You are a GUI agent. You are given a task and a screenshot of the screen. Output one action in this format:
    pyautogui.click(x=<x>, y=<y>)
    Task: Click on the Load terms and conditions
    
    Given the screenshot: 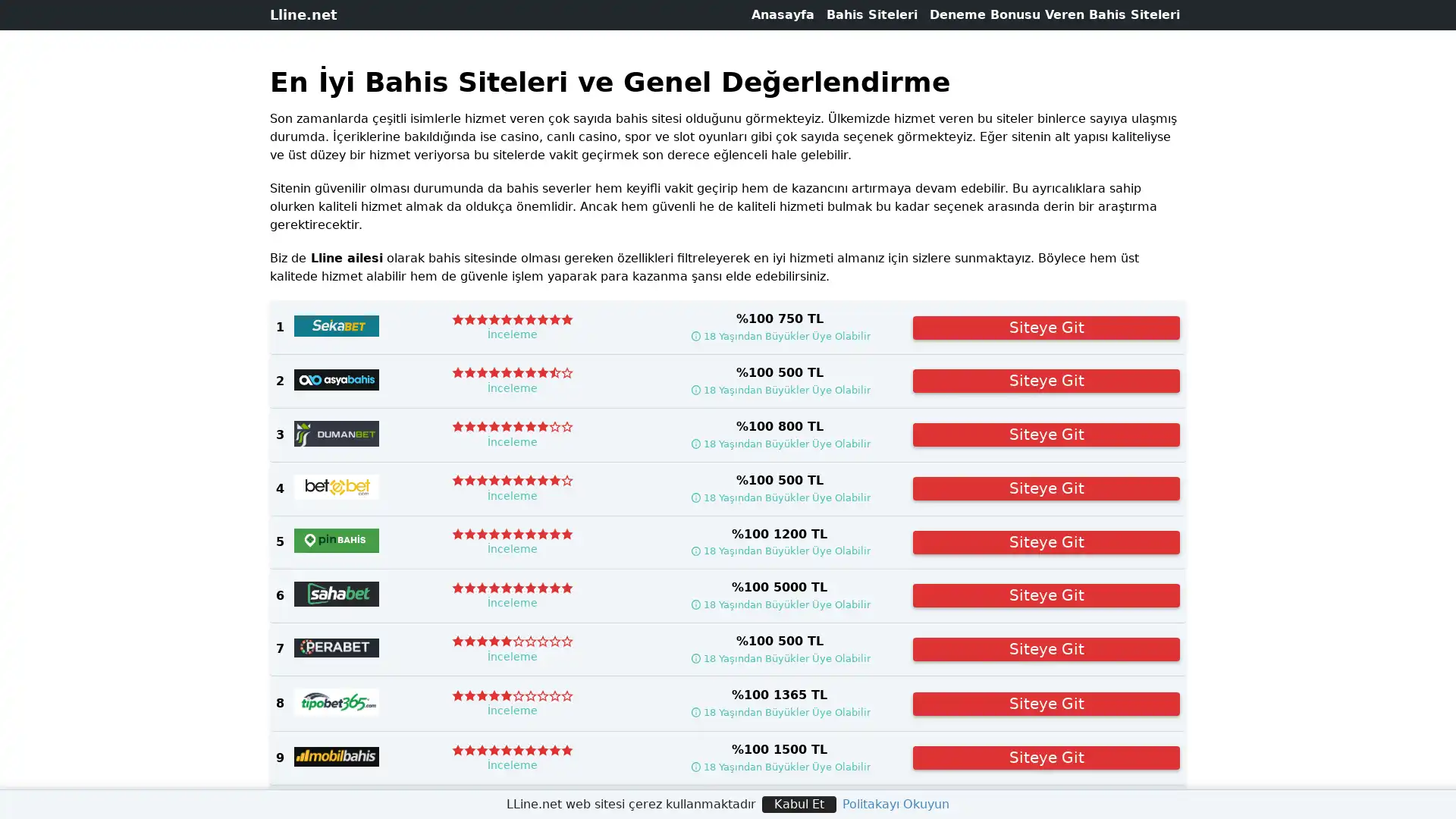 What is the action you would take?
    pyautogui.click(x=779, y=766)
    